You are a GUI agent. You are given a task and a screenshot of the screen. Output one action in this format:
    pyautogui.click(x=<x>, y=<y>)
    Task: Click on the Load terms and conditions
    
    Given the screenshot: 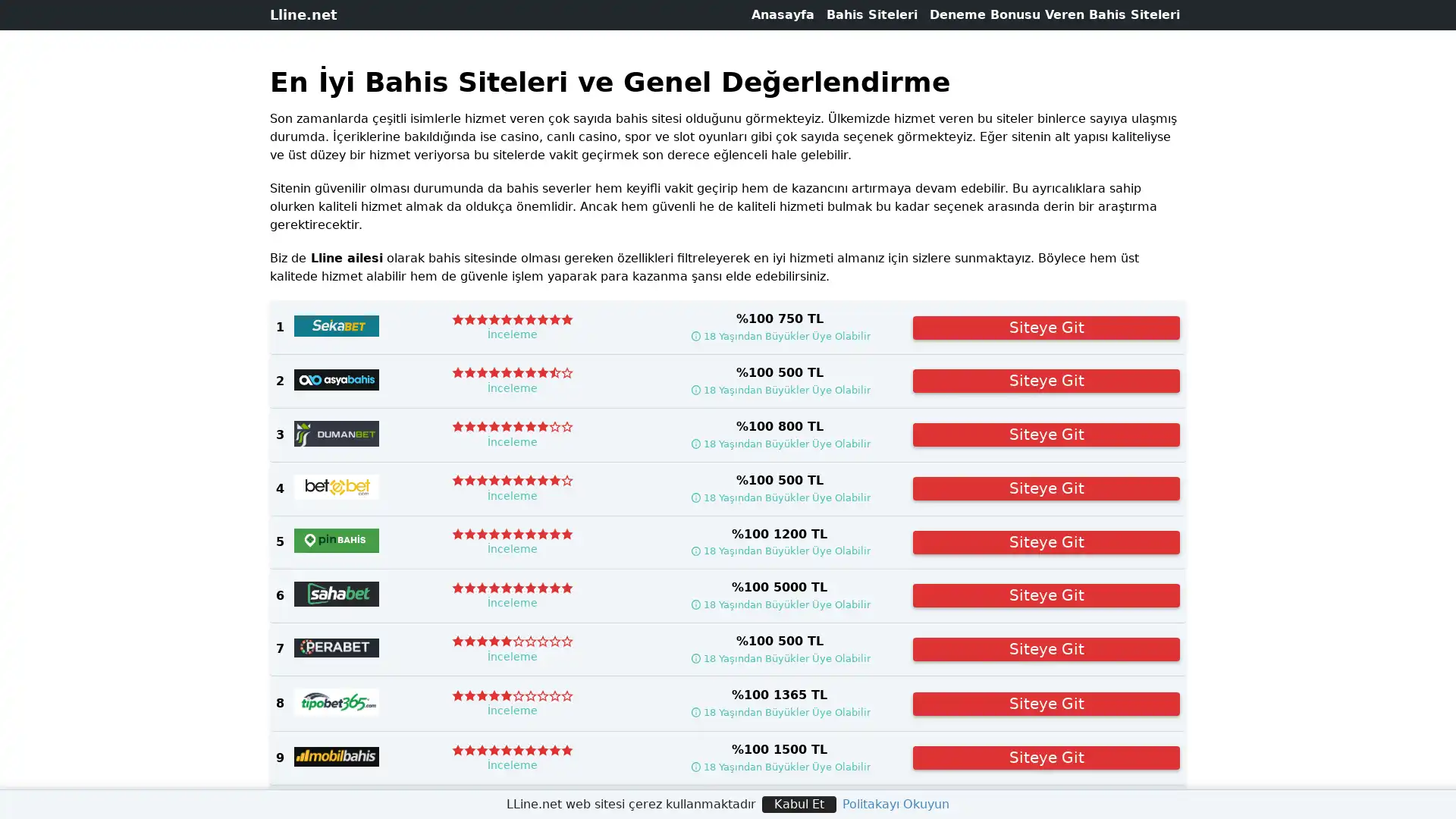 What is the action you would take?
    pyautogui.click(x=779, y=766)
    